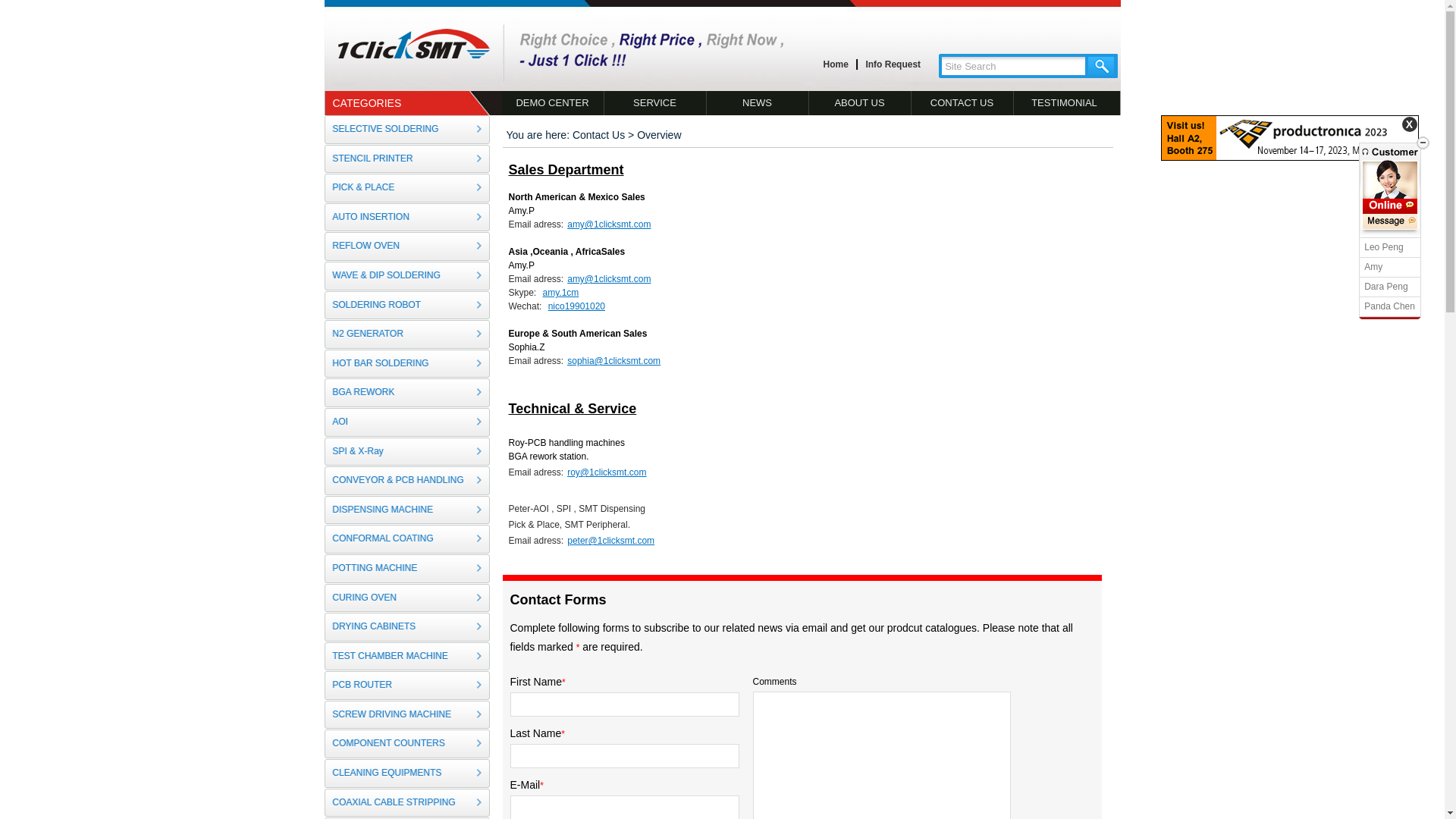 The image size is (1456, 819). What do you see at coordinates (544, 306) in the screenshot?
I see `'nico19901020'` at bounding box center [544, 306].